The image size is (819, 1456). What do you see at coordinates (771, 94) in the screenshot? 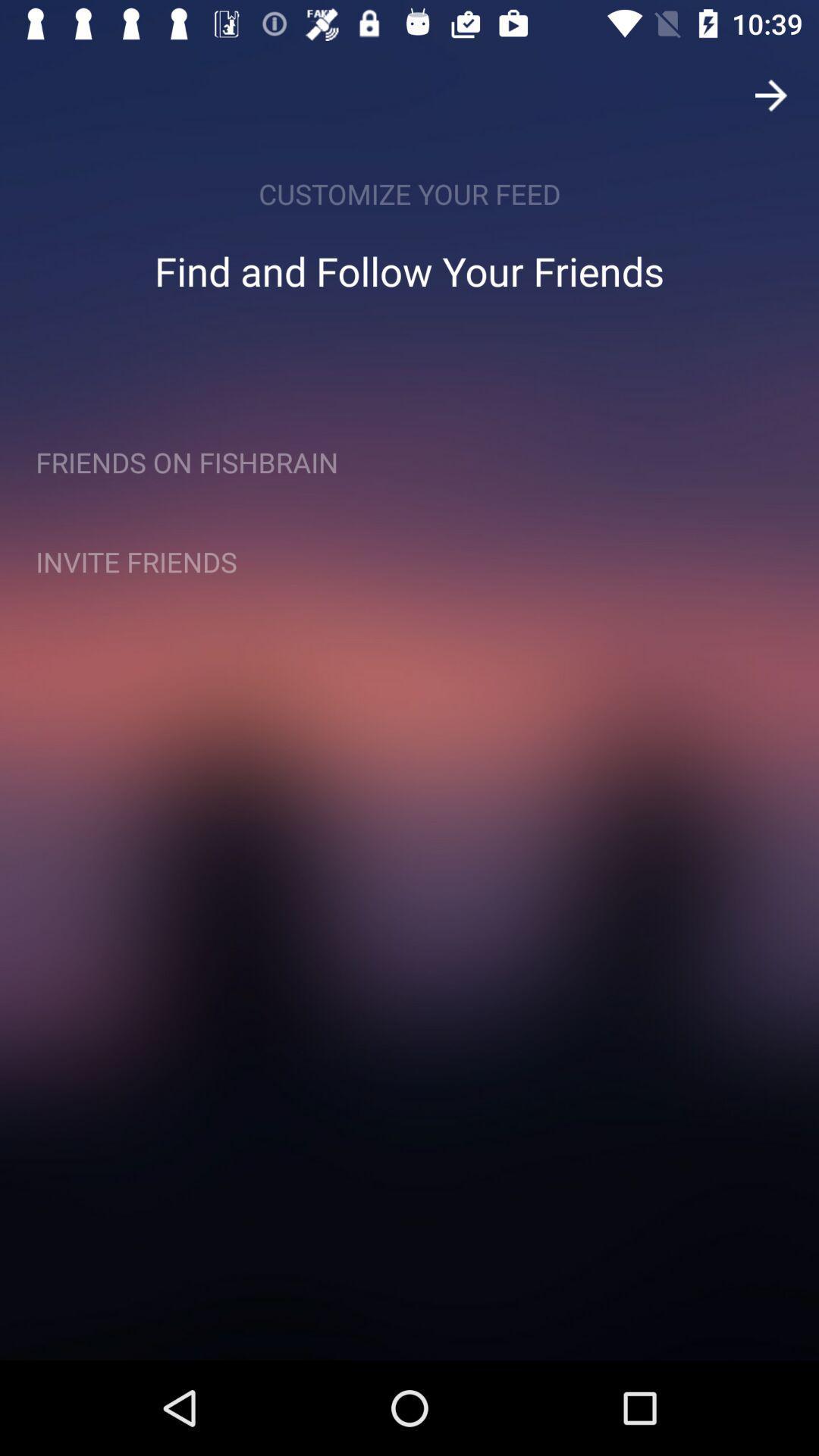
I see `go forward` at bounding box center [771, 94].